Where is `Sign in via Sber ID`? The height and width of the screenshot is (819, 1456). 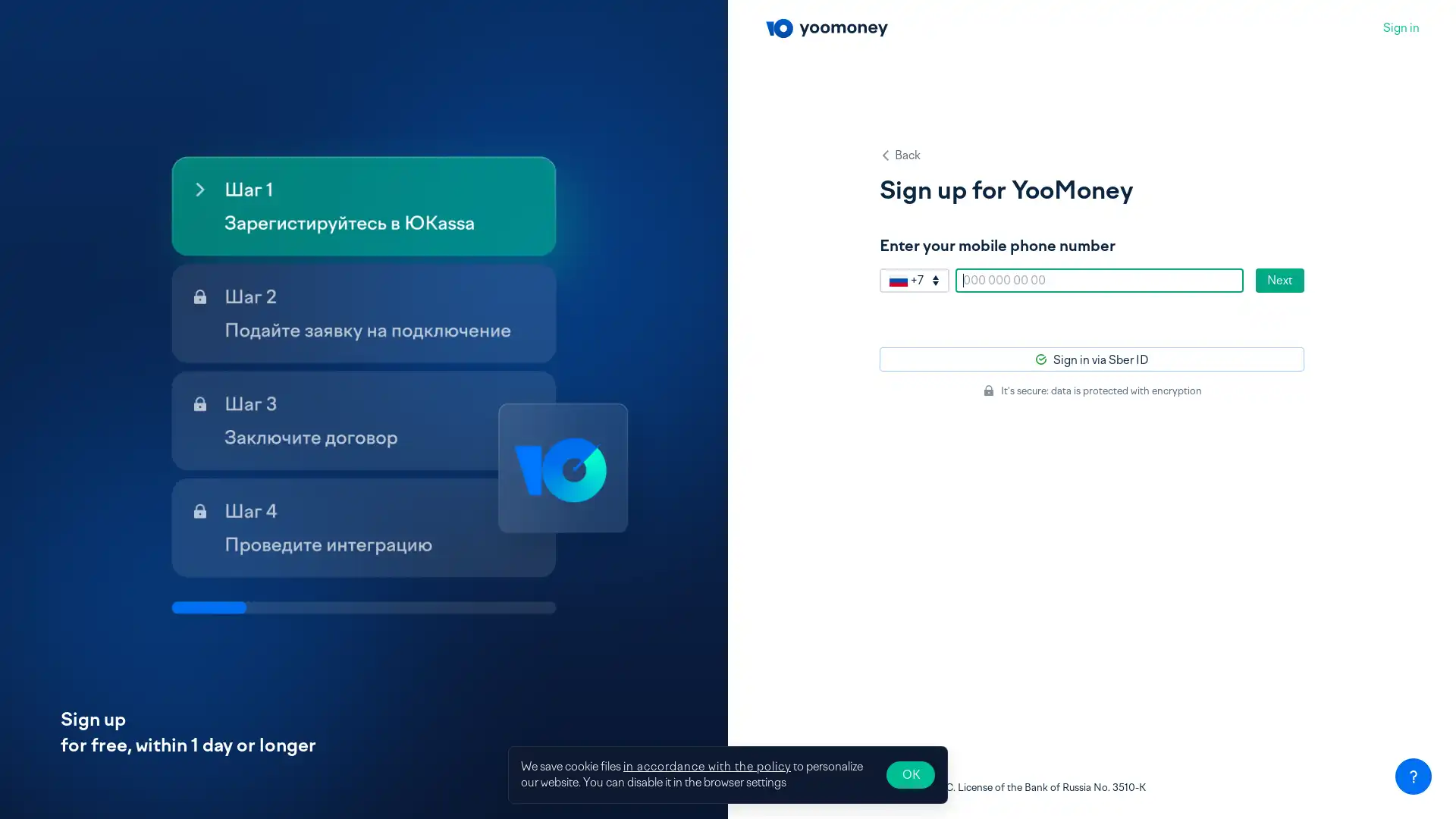 Sign in via Sber ID is located at coordinates (1092, 359).